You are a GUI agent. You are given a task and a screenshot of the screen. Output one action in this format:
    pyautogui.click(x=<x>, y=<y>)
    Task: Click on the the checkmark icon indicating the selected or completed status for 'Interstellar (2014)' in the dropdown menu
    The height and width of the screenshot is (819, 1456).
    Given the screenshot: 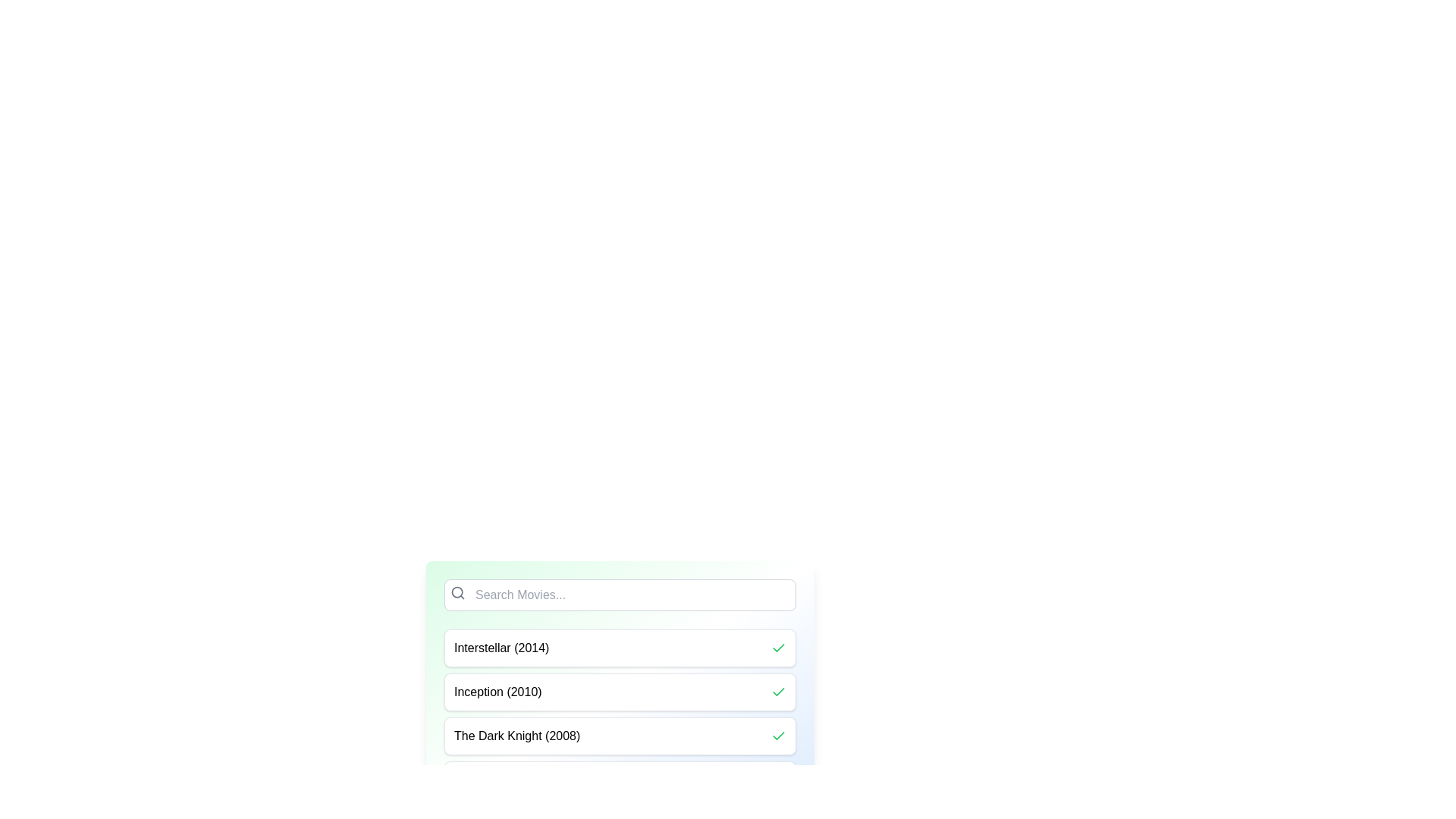 What is the action you would take?
    pyautogui.click(x=779, y=648)
    